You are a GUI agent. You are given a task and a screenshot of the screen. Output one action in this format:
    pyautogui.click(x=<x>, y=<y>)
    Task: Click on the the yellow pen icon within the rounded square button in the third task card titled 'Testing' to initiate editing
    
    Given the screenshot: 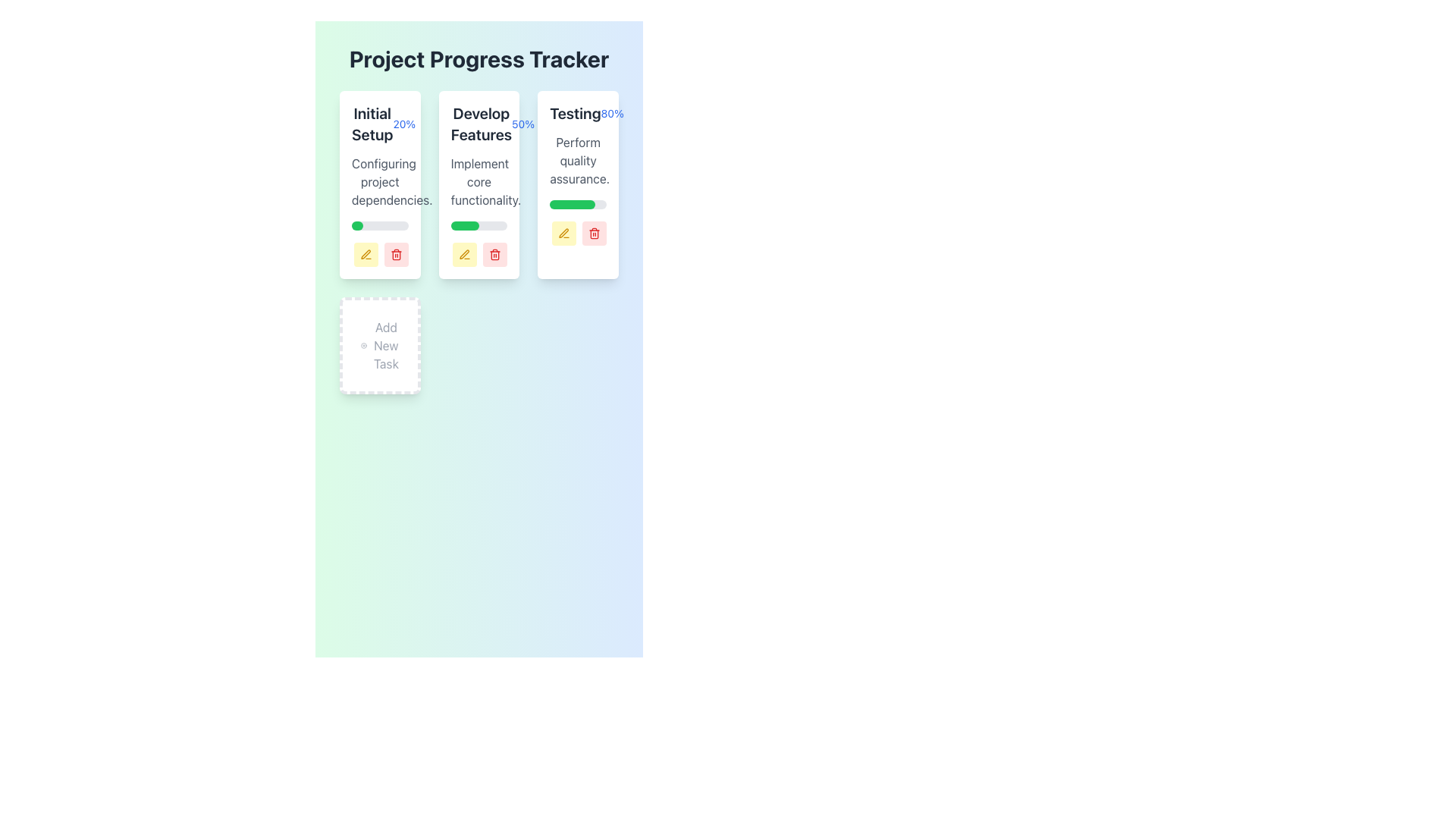 What is the action you would take?
    pyautogui.click(x=464, y=253)
    